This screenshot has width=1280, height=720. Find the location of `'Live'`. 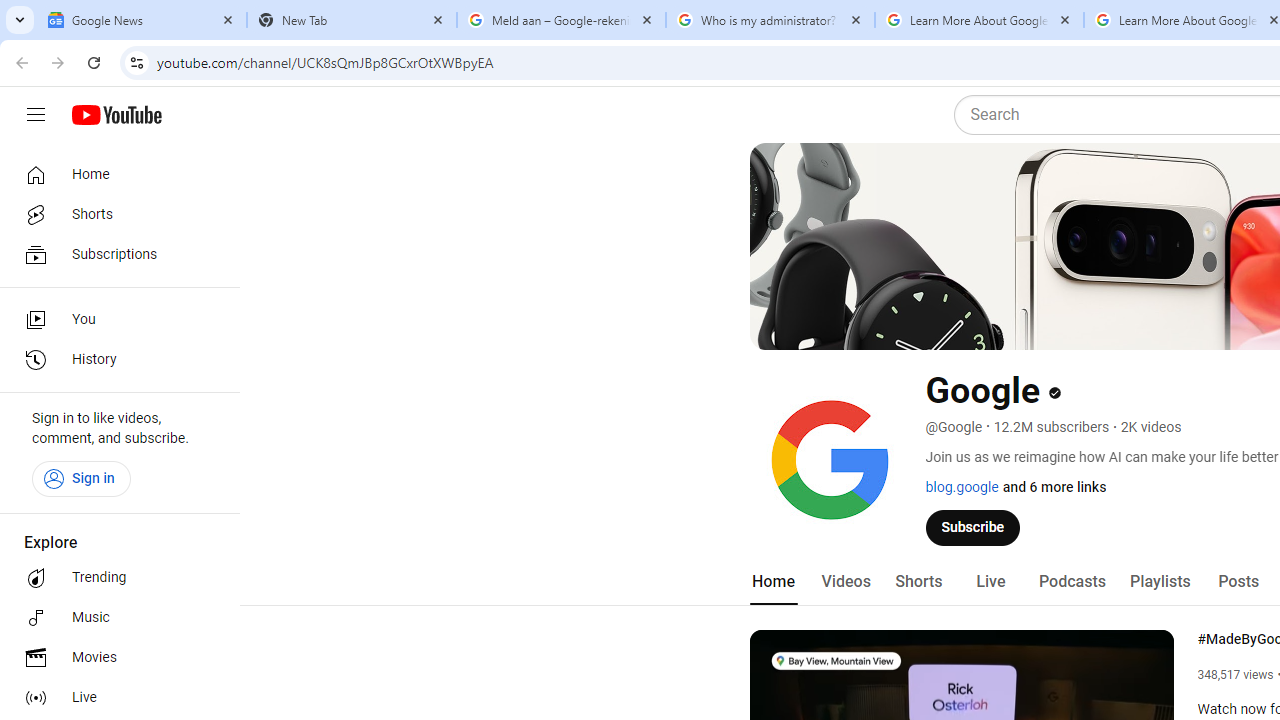

'Live' is located at coordinates (112, 697).